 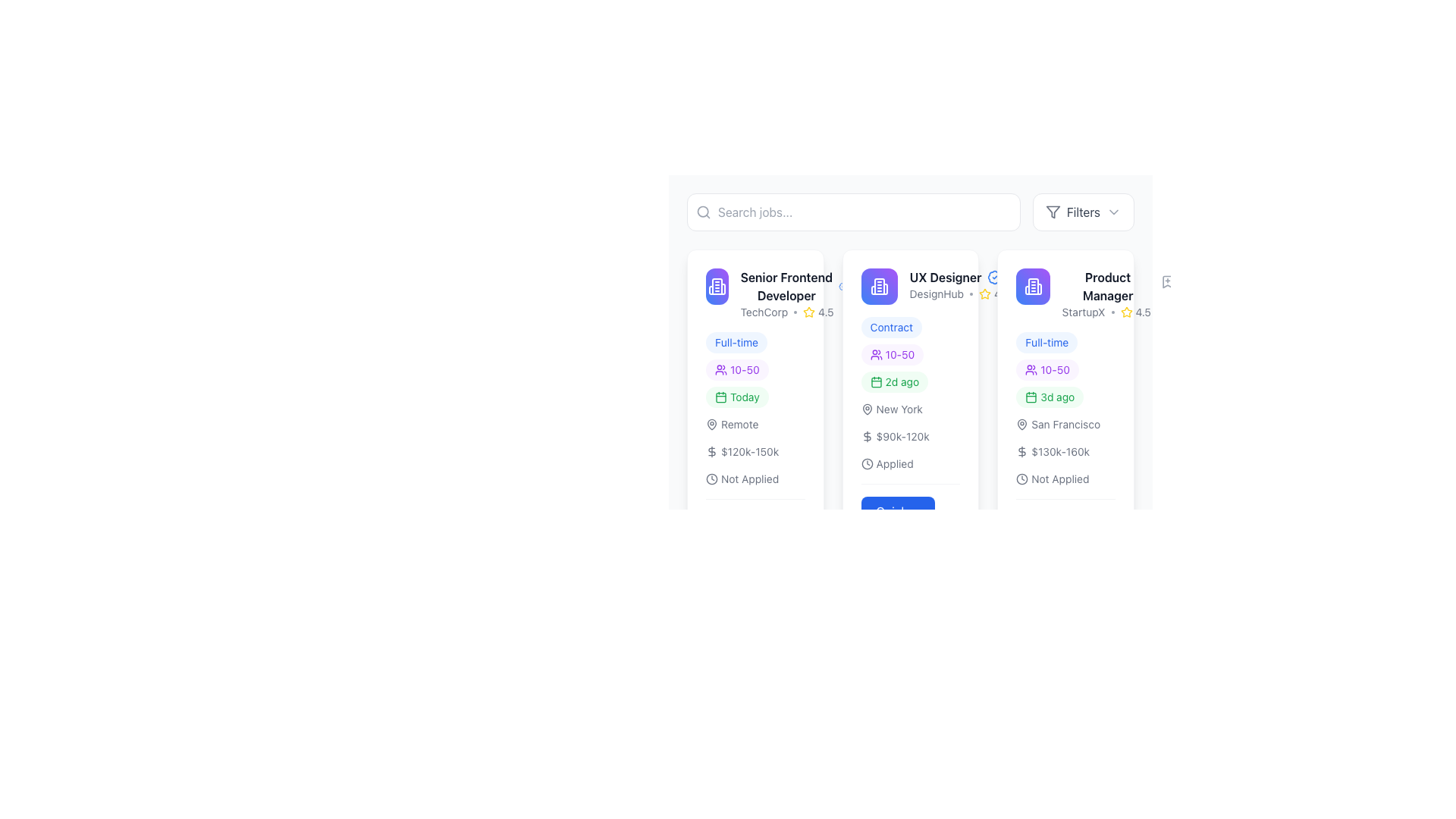 What do you see at coordinates (702, 212) in the screenshot?
I see `the search icon located inside the search bar, to the left of the 'Search jobs...' input field` at bounding box center [702, 212].